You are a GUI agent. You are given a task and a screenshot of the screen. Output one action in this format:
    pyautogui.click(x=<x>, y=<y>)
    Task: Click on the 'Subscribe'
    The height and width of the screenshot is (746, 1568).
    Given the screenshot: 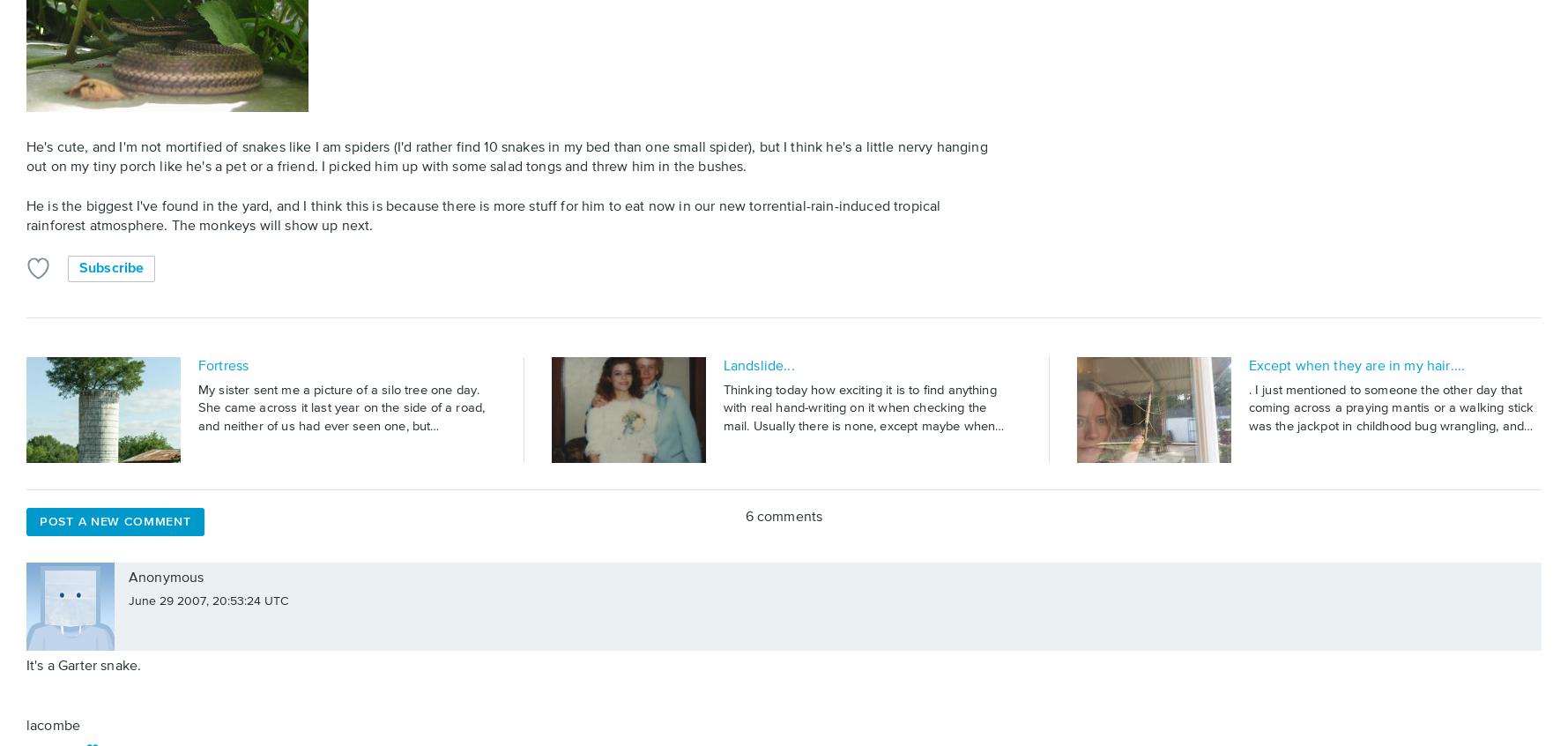 What is the action you would take?
    pyautogui.click(x=110, y=266)
    